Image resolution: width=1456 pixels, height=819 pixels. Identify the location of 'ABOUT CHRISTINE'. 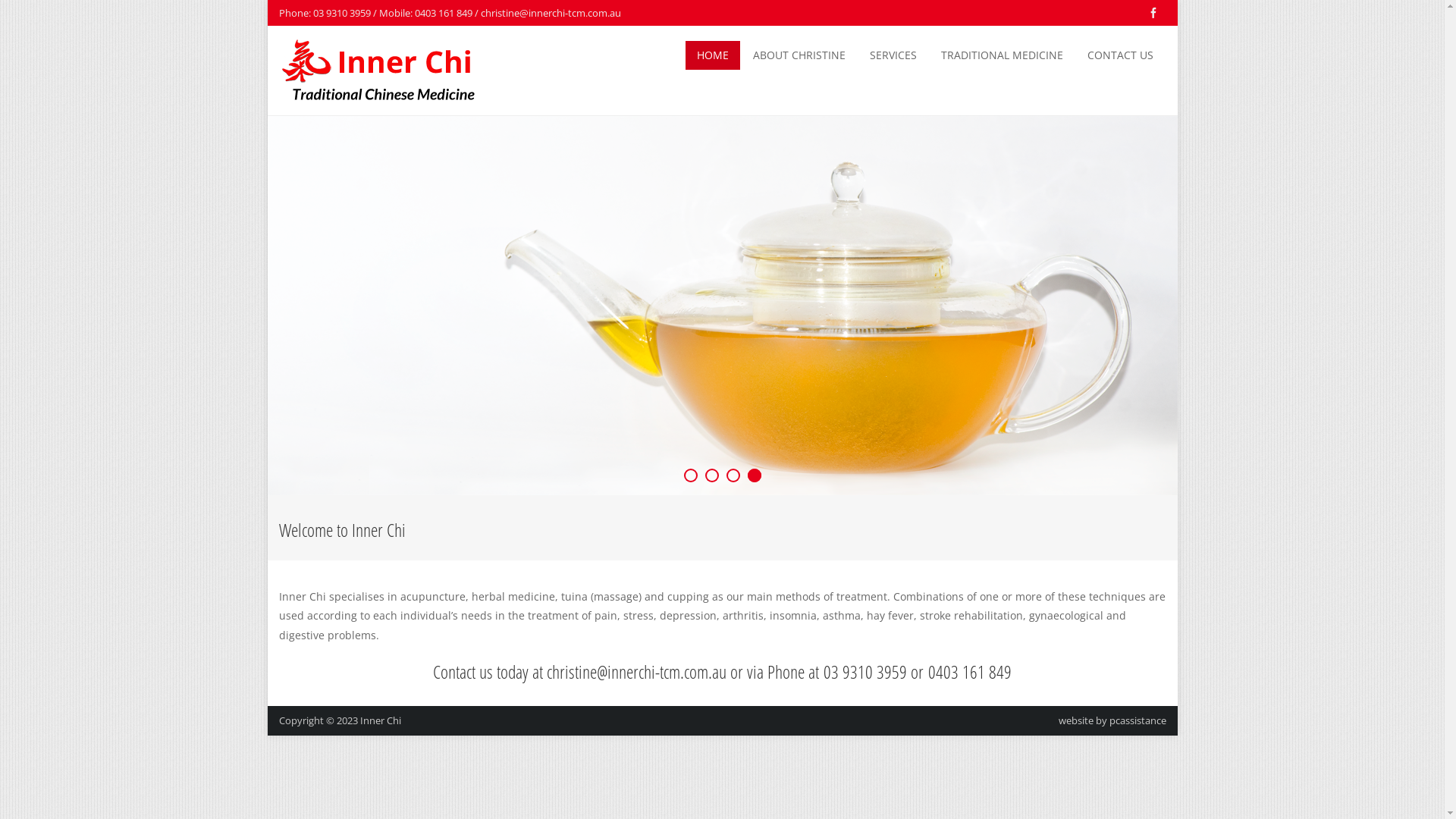
(799, 55).